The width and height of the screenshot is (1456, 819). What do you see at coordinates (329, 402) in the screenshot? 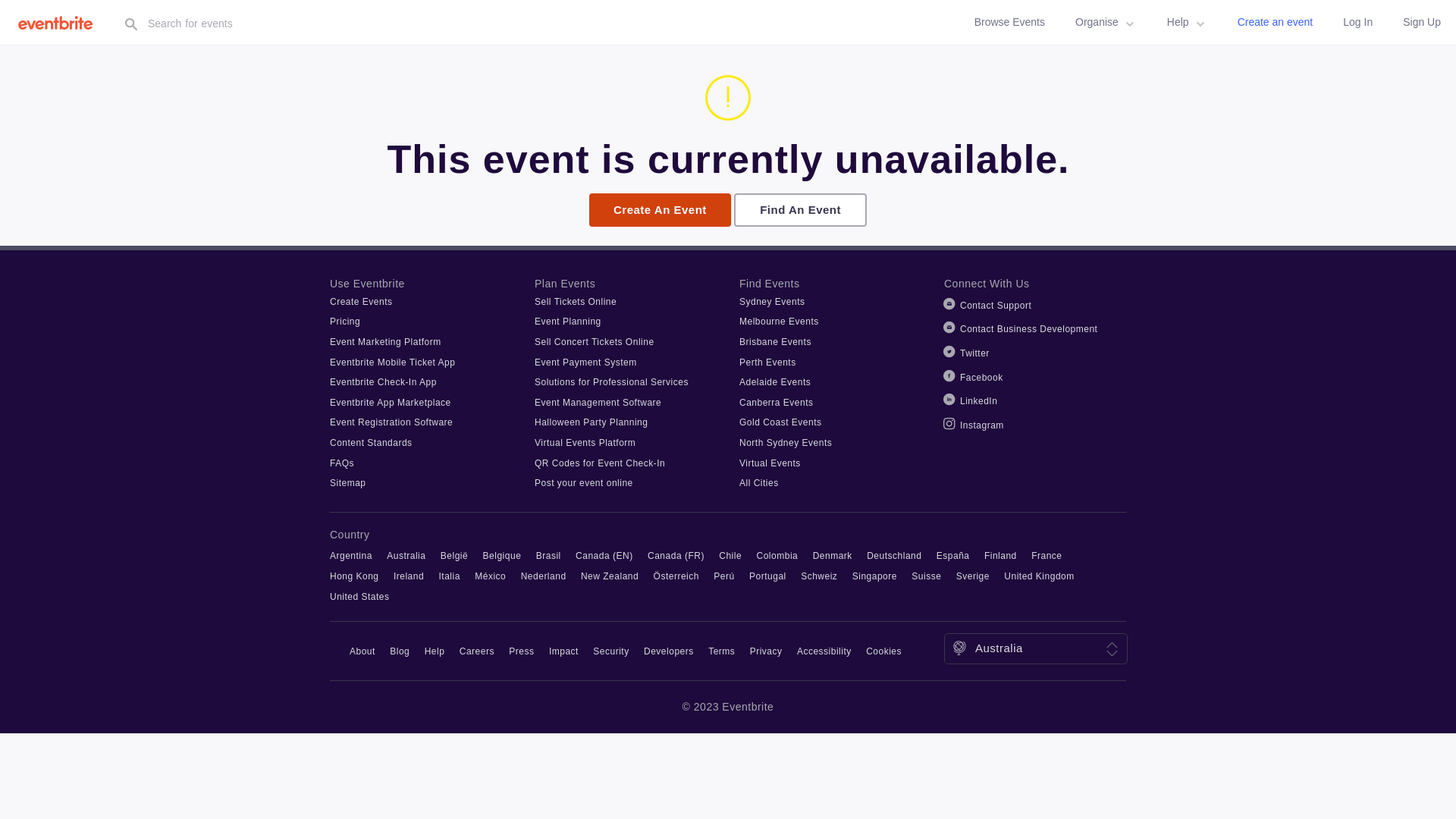
I see `'Eventbrite App Marketplace'` at bounding box center [329, 402].